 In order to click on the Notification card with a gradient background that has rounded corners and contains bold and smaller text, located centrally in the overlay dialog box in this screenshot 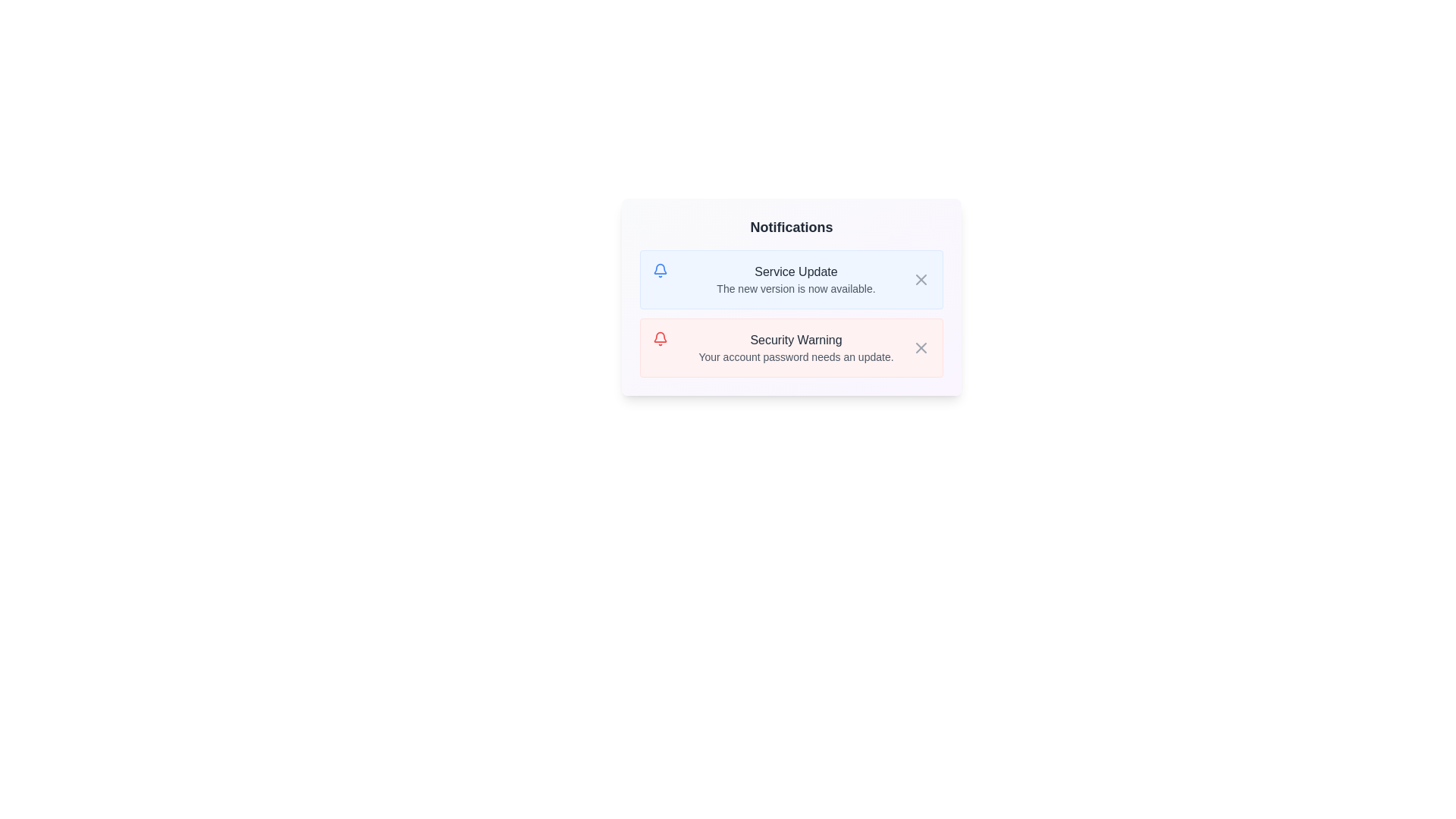, I will do `click(790, 297)`.